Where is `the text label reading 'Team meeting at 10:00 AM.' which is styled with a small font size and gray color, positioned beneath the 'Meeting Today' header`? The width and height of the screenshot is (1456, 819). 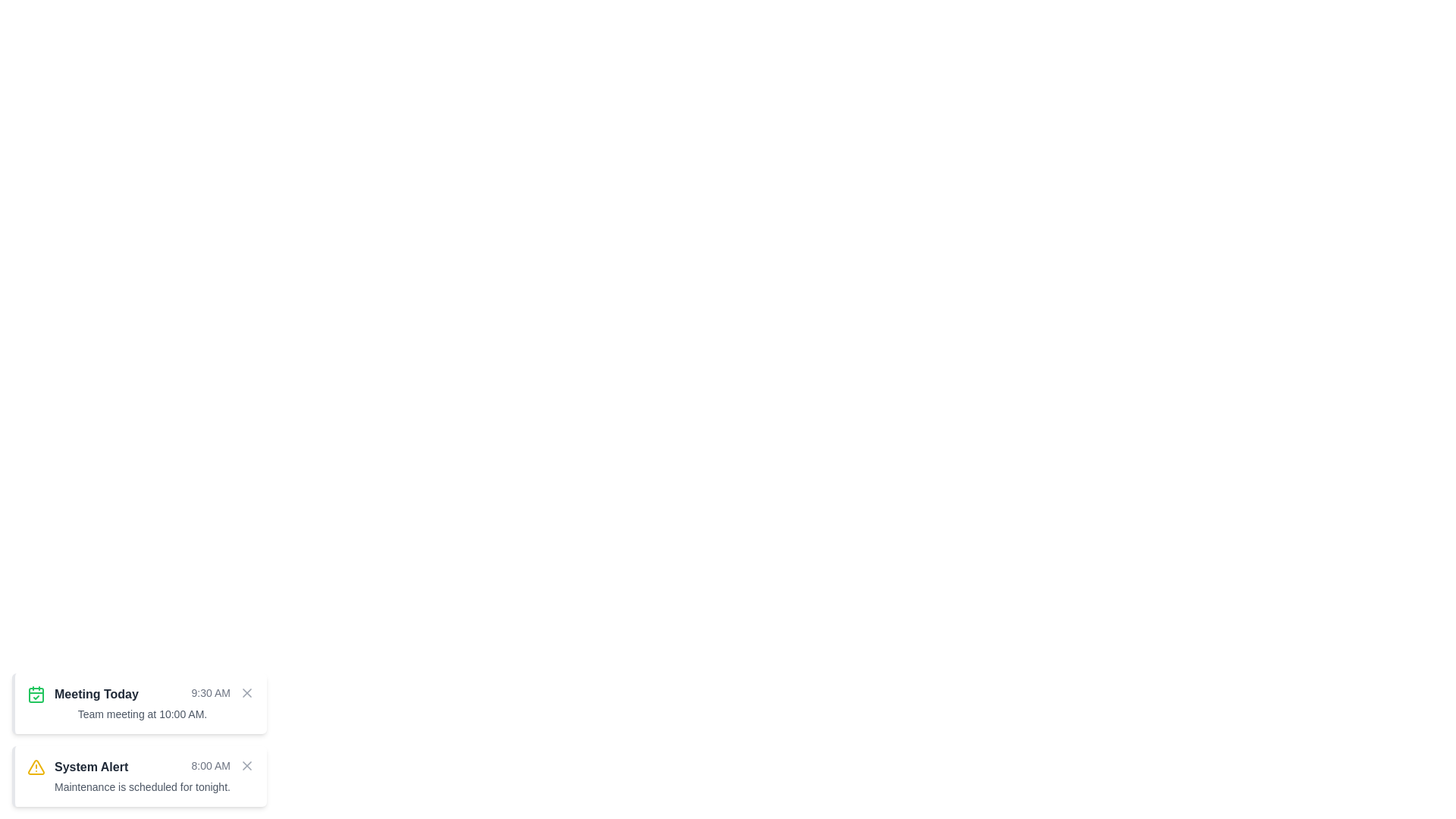 the text label reading 'Team meeting at 10:00 AM.' which is styled with a small font size and gray color, positioned beneath the 'Meeting Today' header is located at coordinates (142, 714).